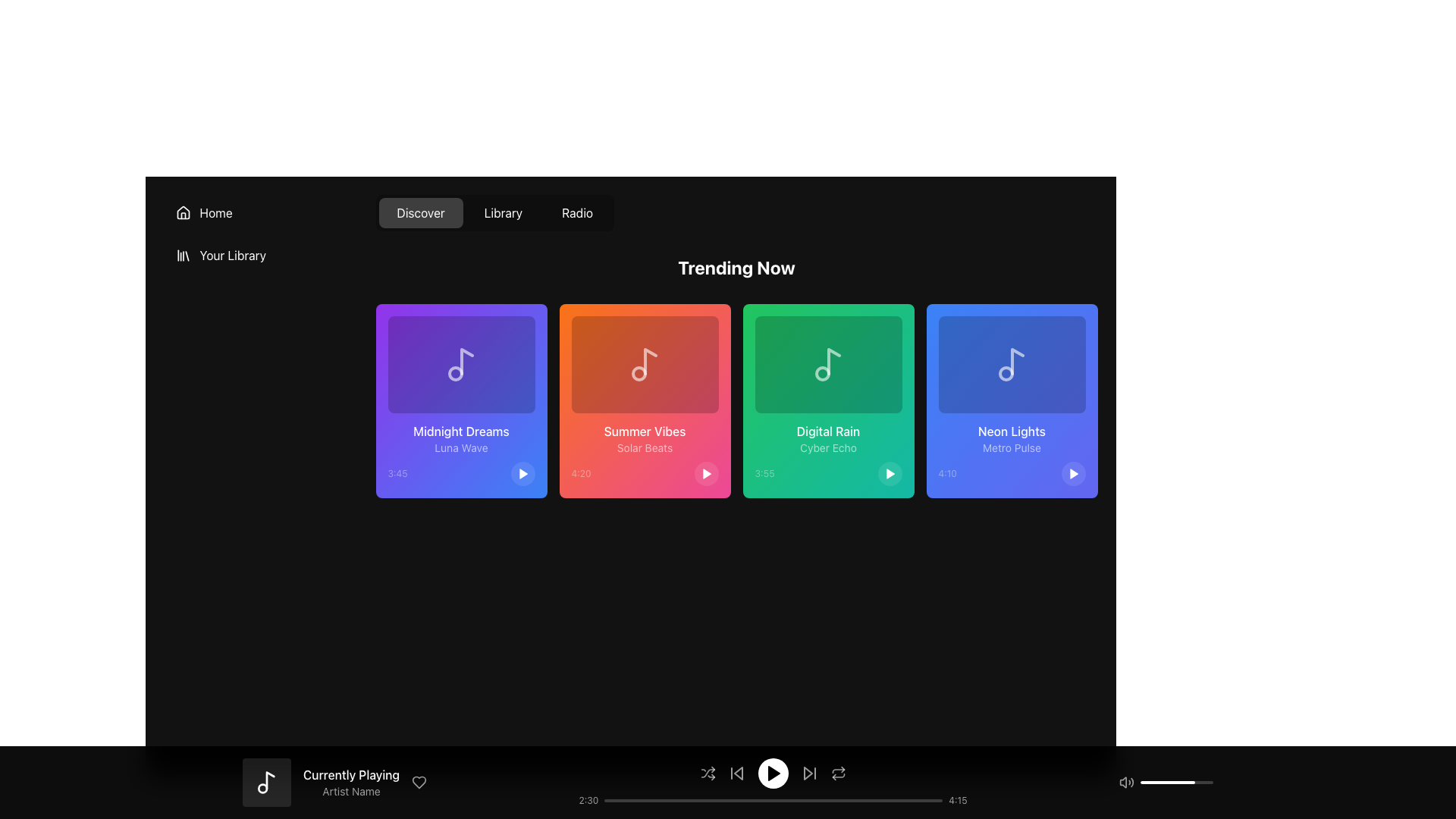 This screenshot has height=819, width=1456. What do you see at coordinates (1073, 472) in the screenshot?
I see `the play button icon located in the bottom-right corner of the 'Neon Lights' track card` at bounding box center [1073, 472].